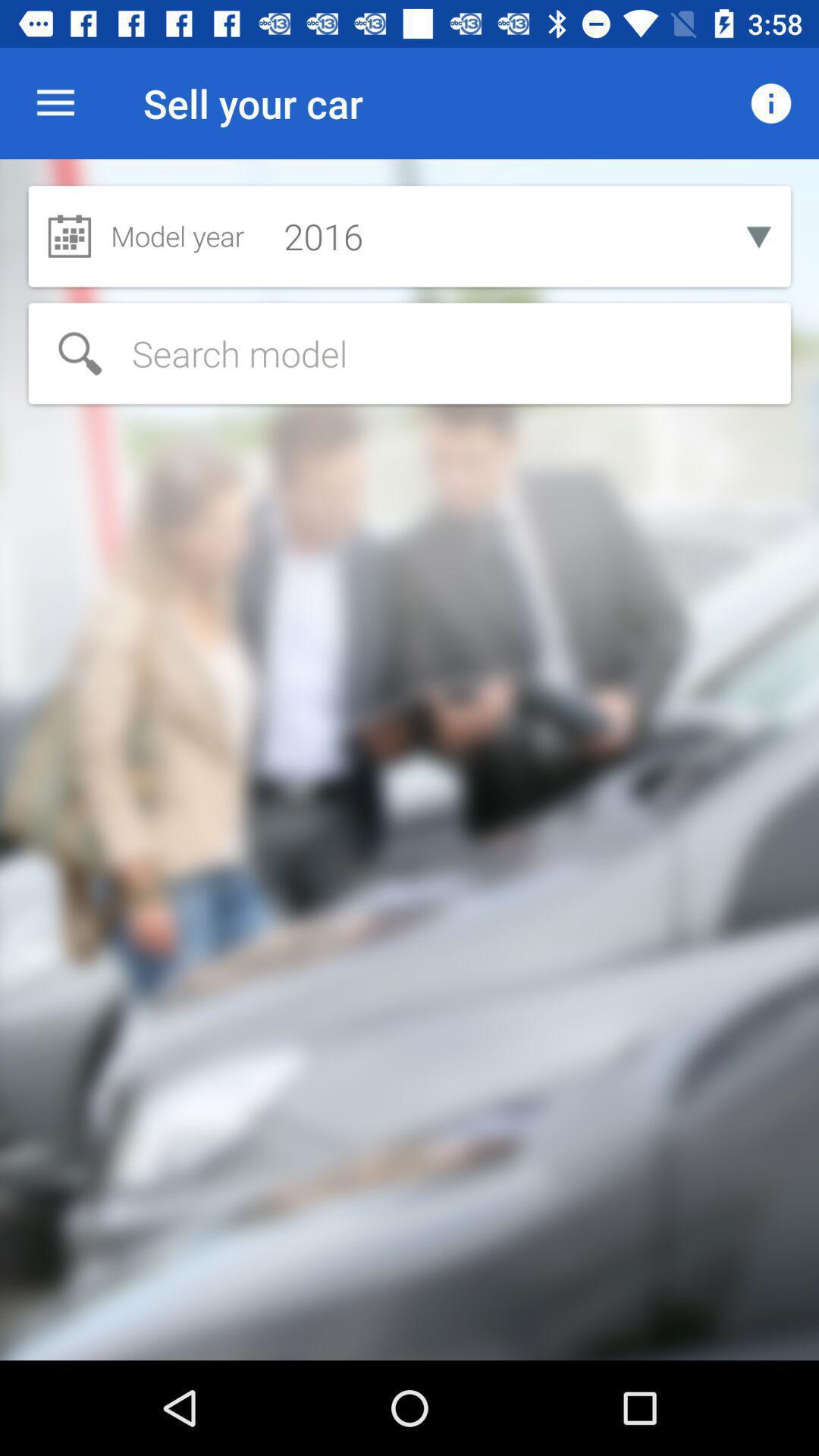  Describe the element at coordinates (55, 102) in the screenshot. I see `the icon next to sell your car` at that location.